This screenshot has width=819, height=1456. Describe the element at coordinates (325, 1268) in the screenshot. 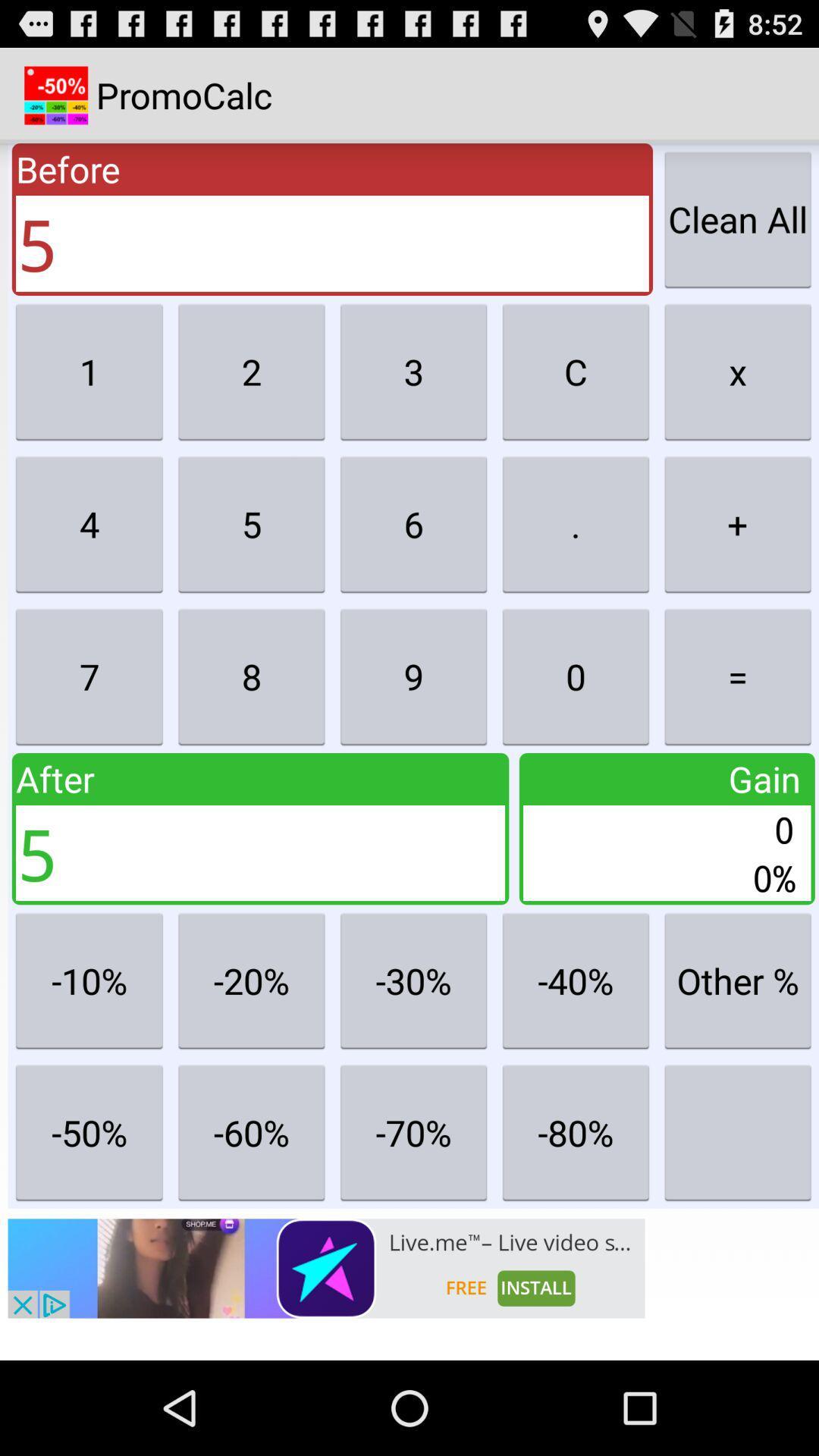

I see `advertisements` at that location.